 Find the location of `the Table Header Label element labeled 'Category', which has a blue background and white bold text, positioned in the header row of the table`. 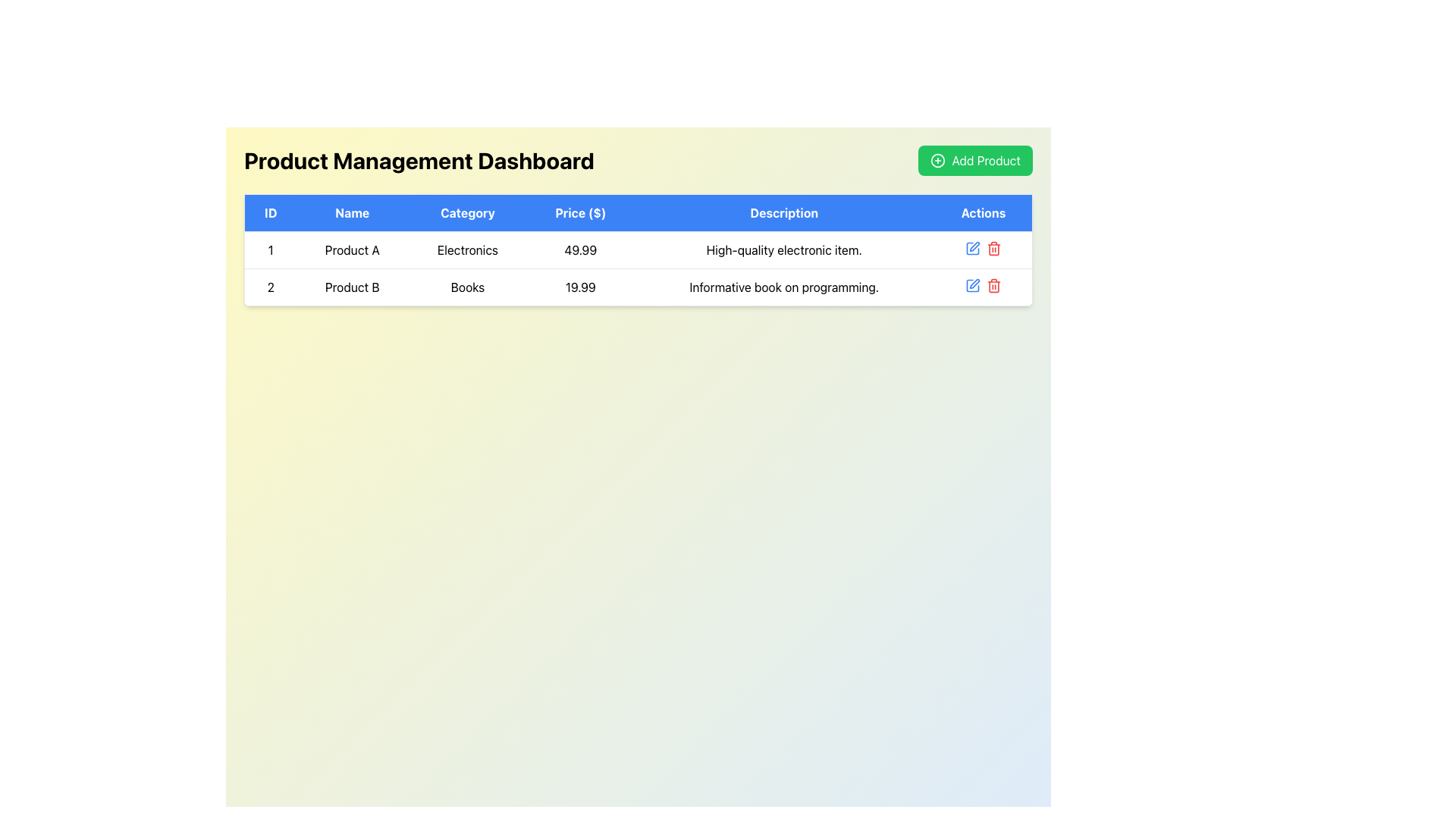

the Table Header Label element labeled 'Category', which has a blue background and white bold text, positioned in the header row of the table is located at coordinates (467, 213).